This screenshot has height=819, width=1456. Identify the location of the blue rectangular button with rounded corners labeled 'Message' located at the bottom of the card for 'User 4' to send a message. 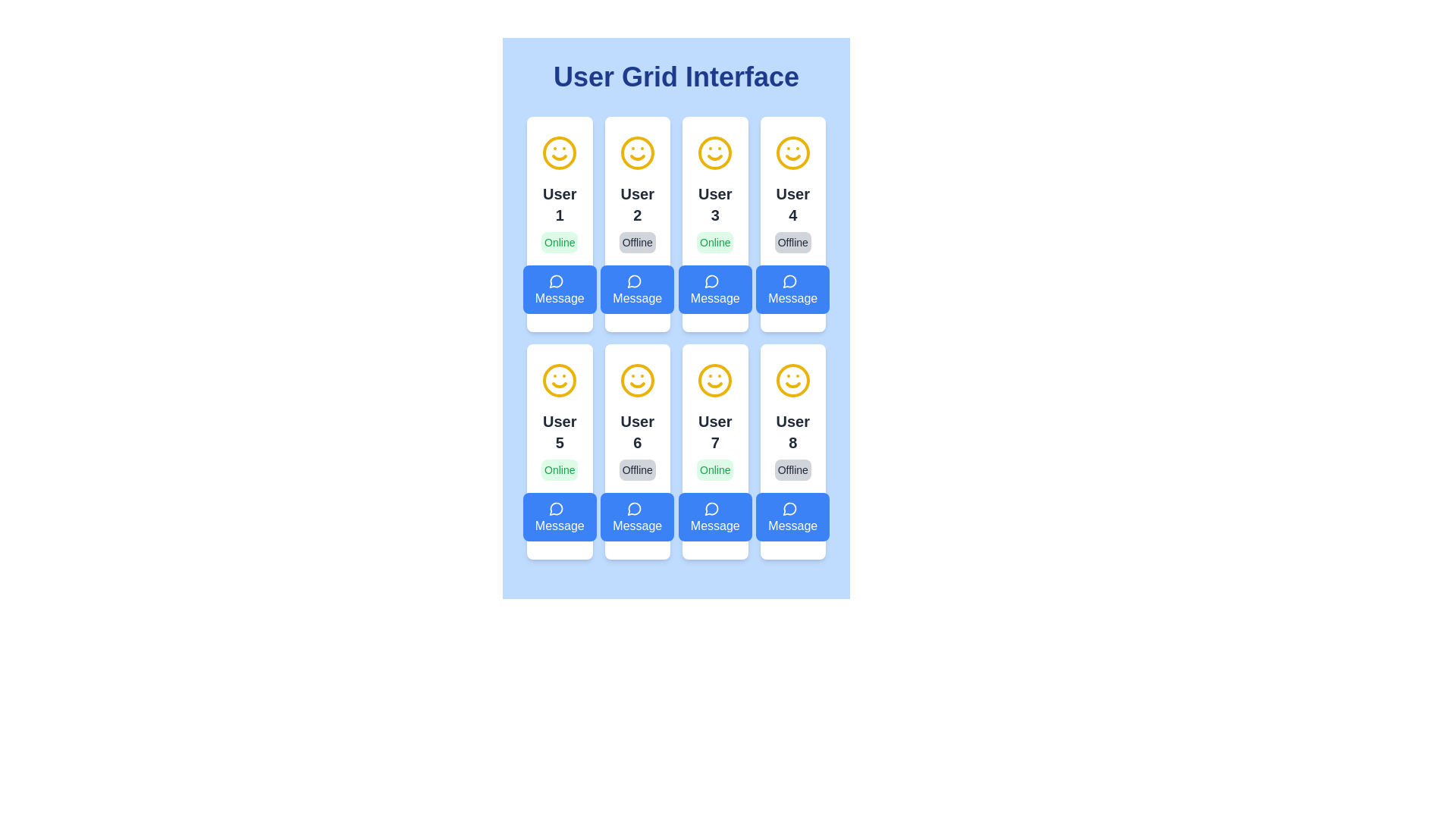
(792, 289).